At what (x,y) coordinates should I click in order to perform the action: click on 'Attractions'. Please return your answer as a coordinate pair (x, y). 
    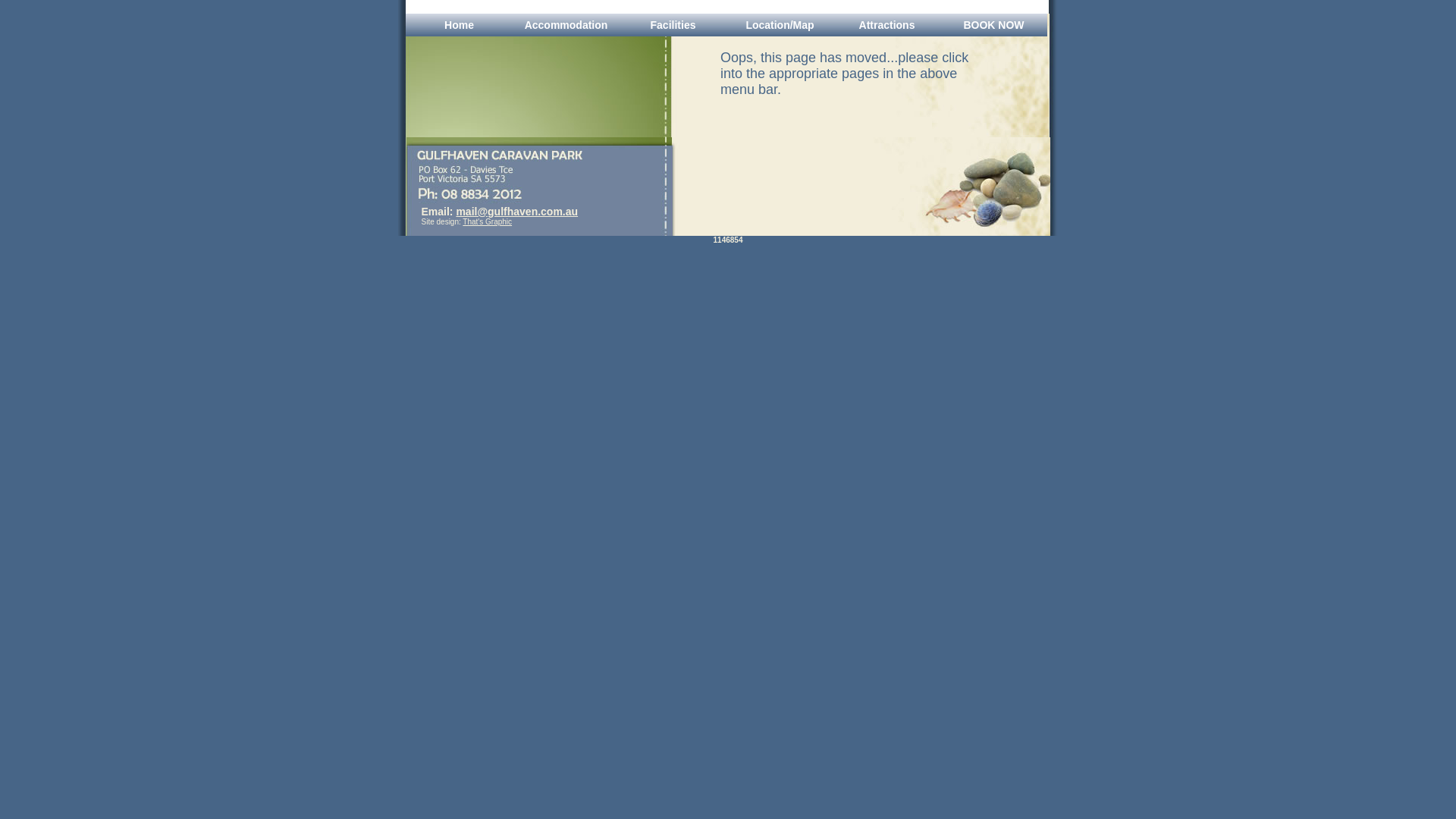
    Looking at the image, I should click on (886, 25).